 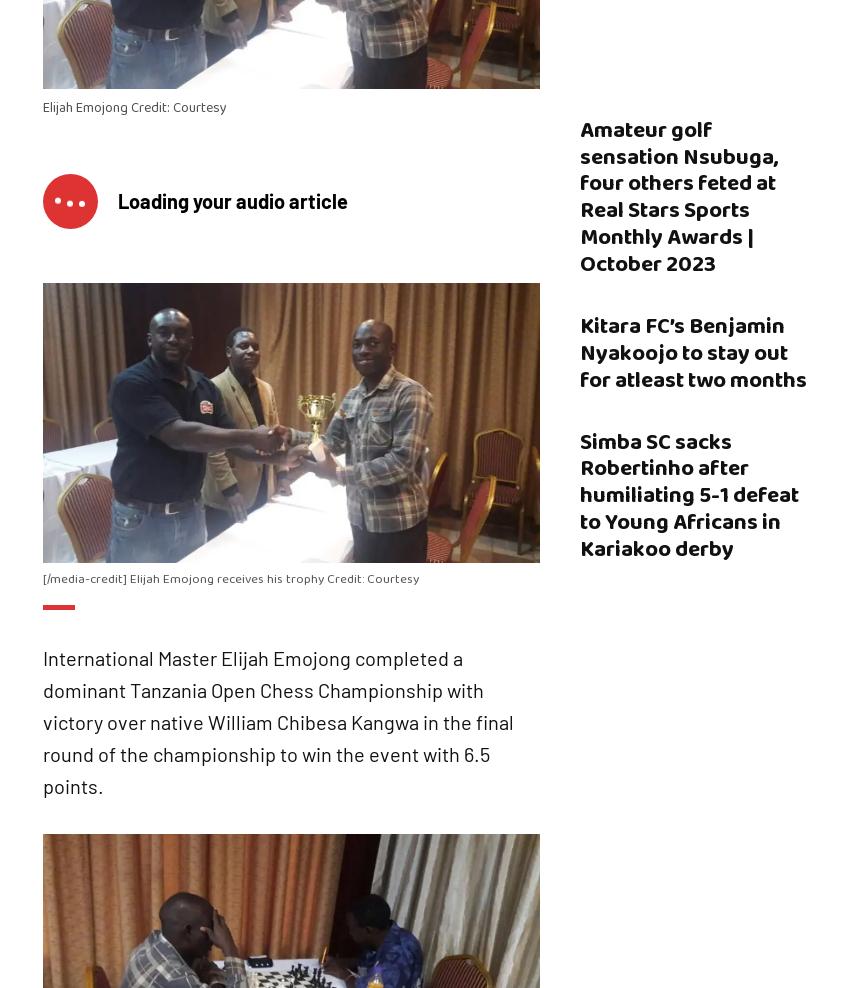 I want to click on 'Elijah Emojong', so click(x=85, y=107).